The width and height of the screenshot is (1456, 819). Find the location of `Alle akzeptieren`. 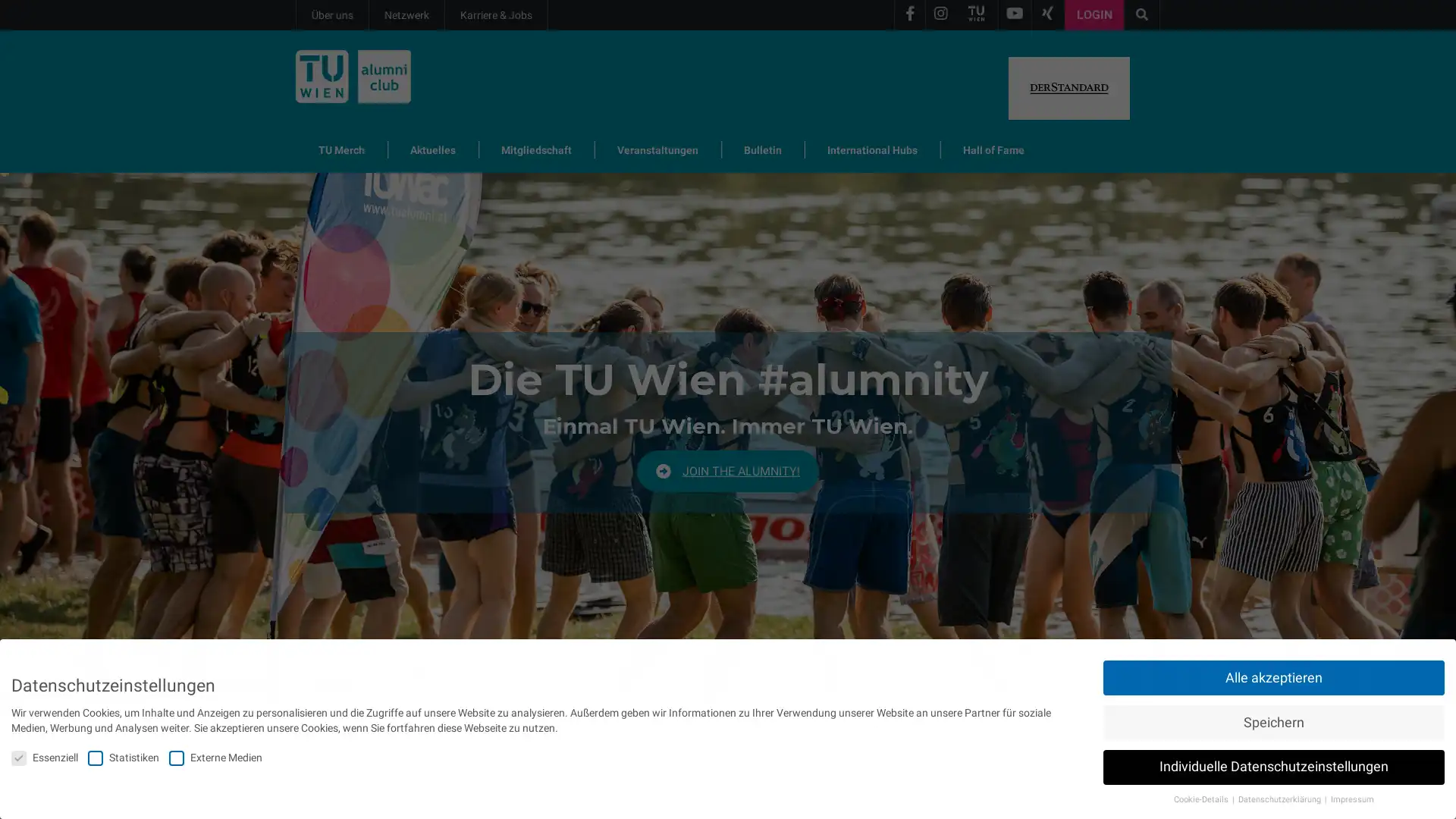

Alle akzeptieren is located at coordinates (1274, 677).